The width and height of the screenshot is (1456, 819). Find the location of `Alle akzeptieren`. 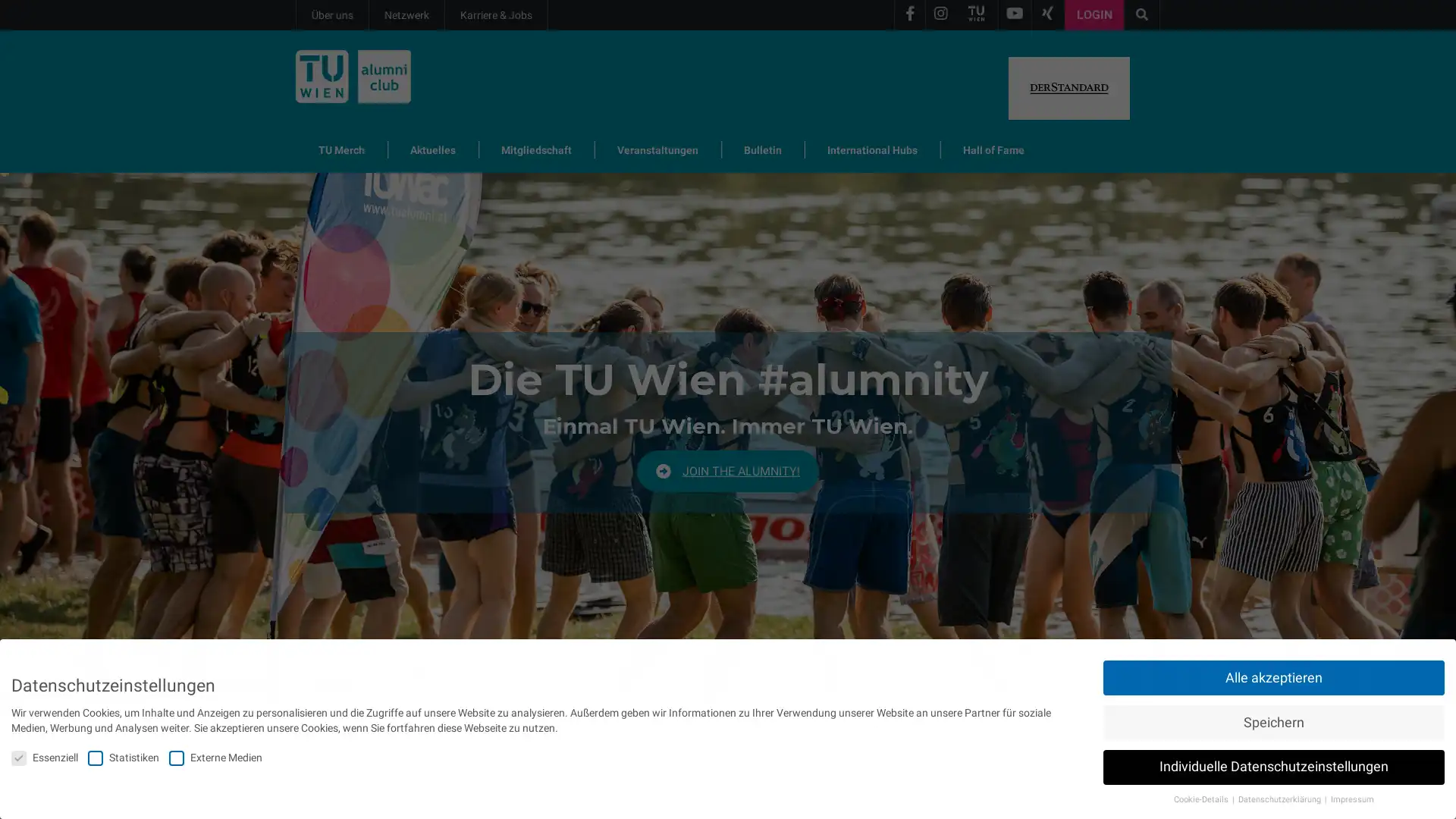

Alle akzeptieren is located at coordinates (1274, 677).